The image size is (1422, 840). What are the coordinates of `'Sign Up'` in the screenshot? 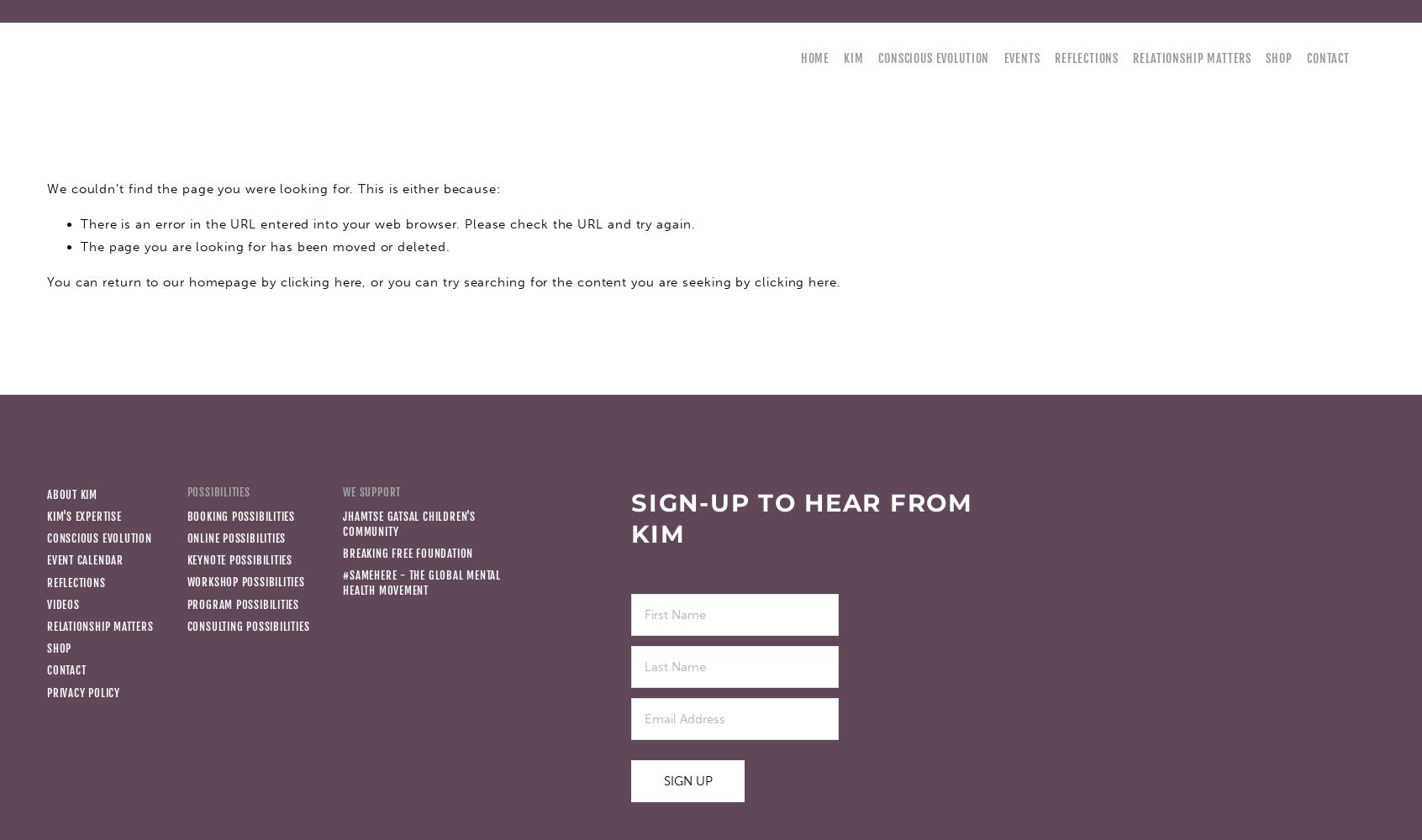 It's located at (687, 781).